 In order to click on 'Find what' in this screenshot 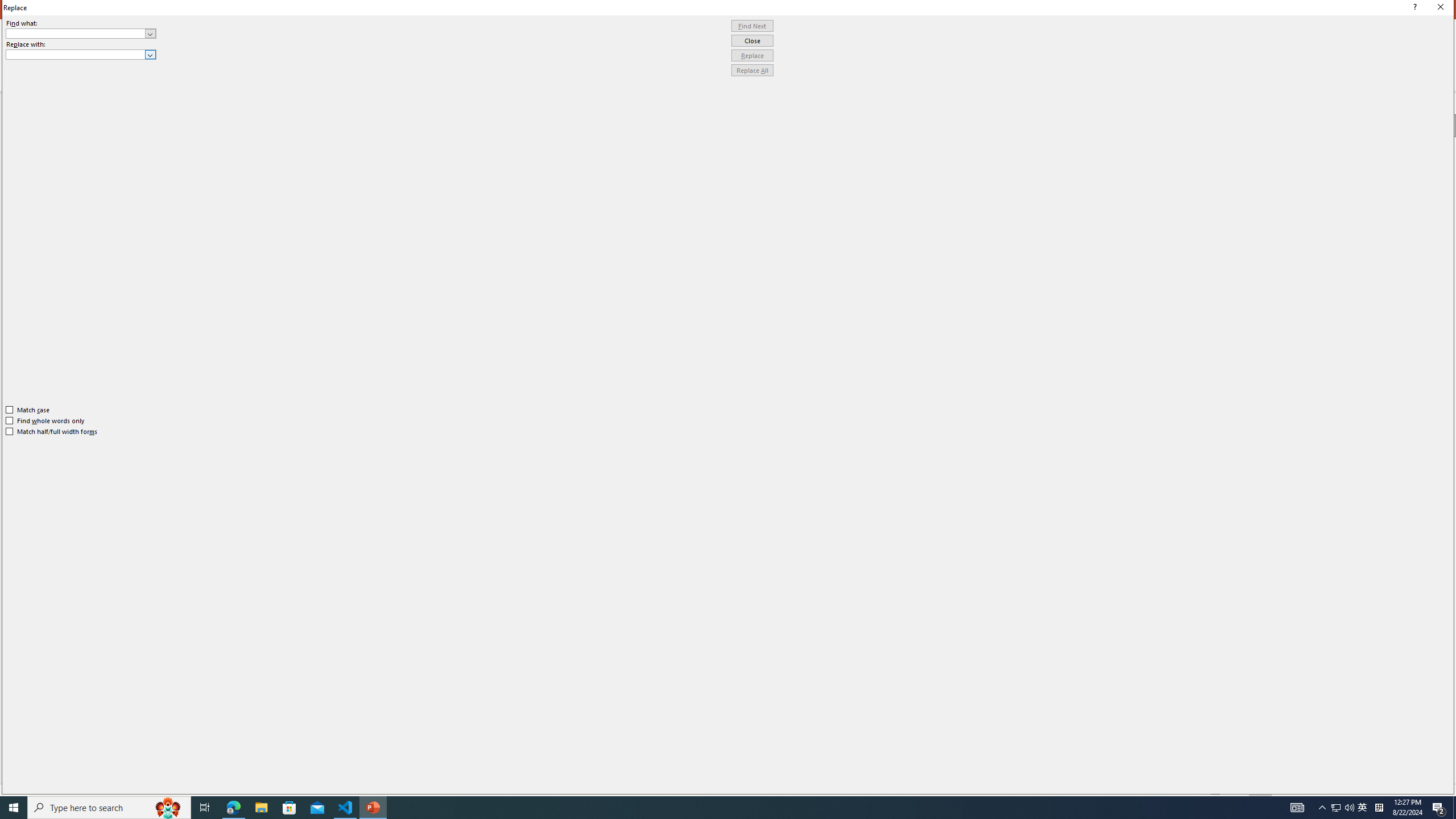, I will do `click(81, 33)`.